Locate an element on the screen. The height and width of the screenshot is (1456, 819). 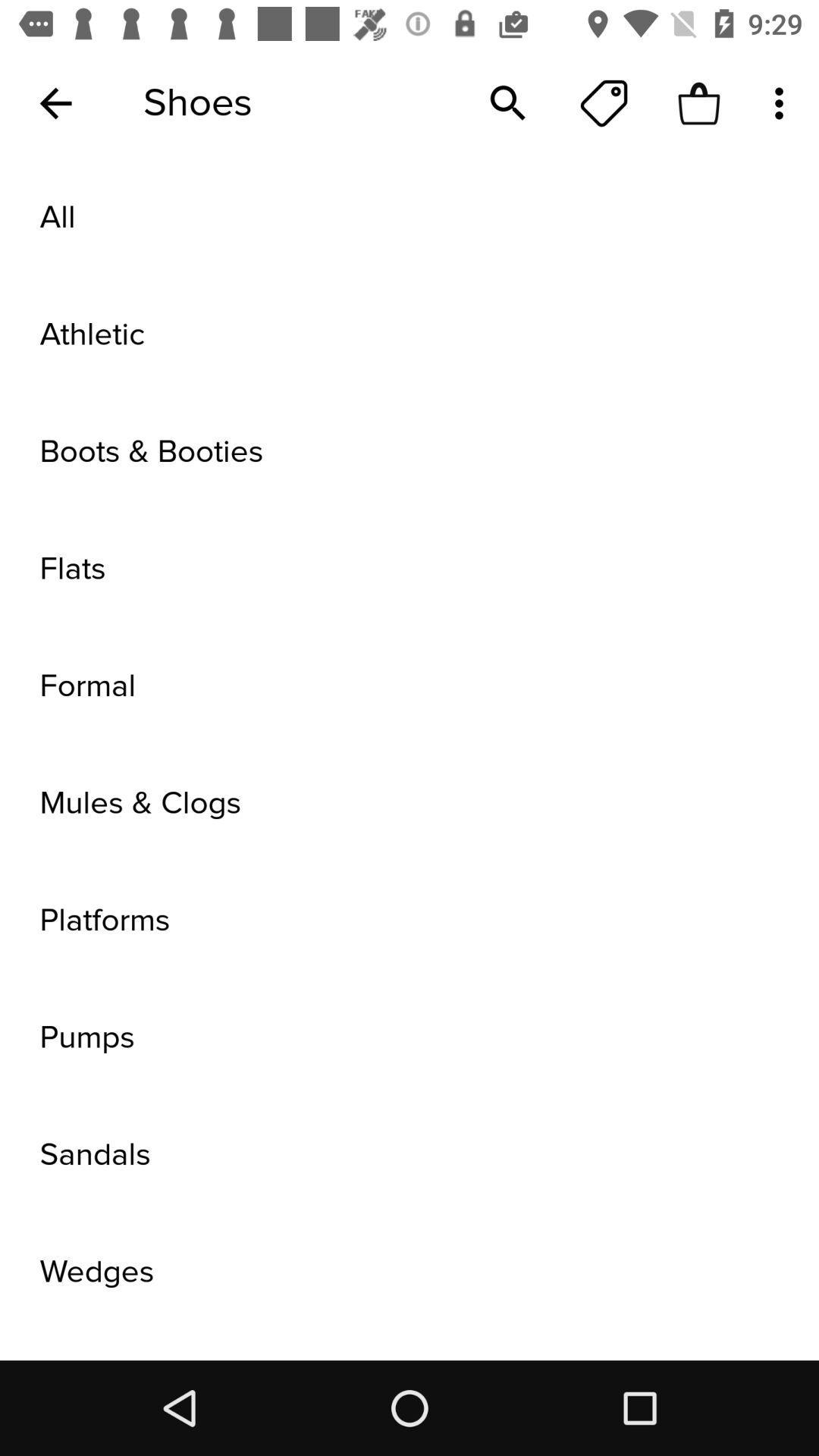
the item above all item is located at coordinates (508, 102).